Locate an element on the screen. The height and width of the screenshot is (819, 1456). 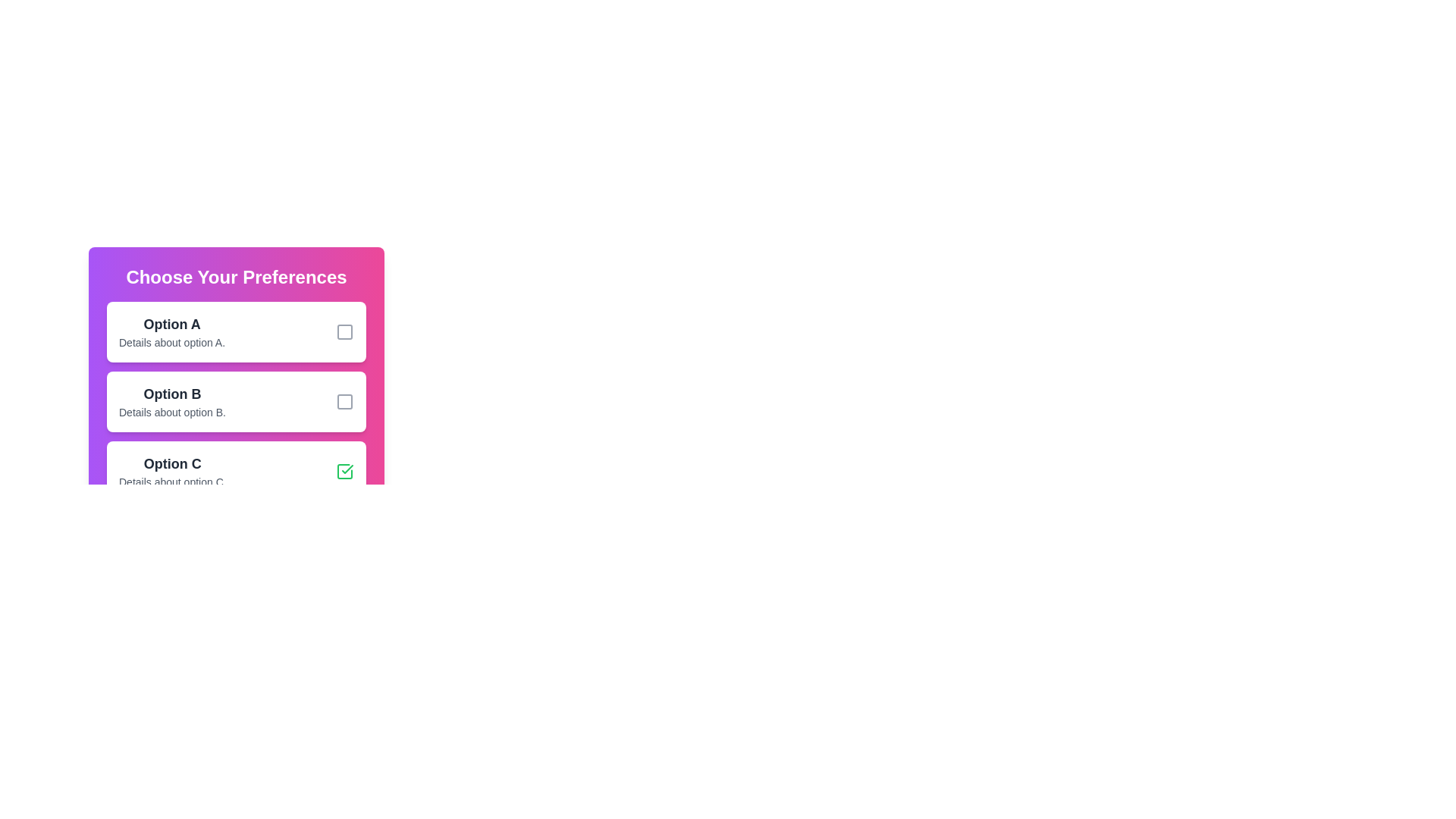
the checkbox located at the far-right edge of the 'Option B' card is located at coordinates (344, 400).